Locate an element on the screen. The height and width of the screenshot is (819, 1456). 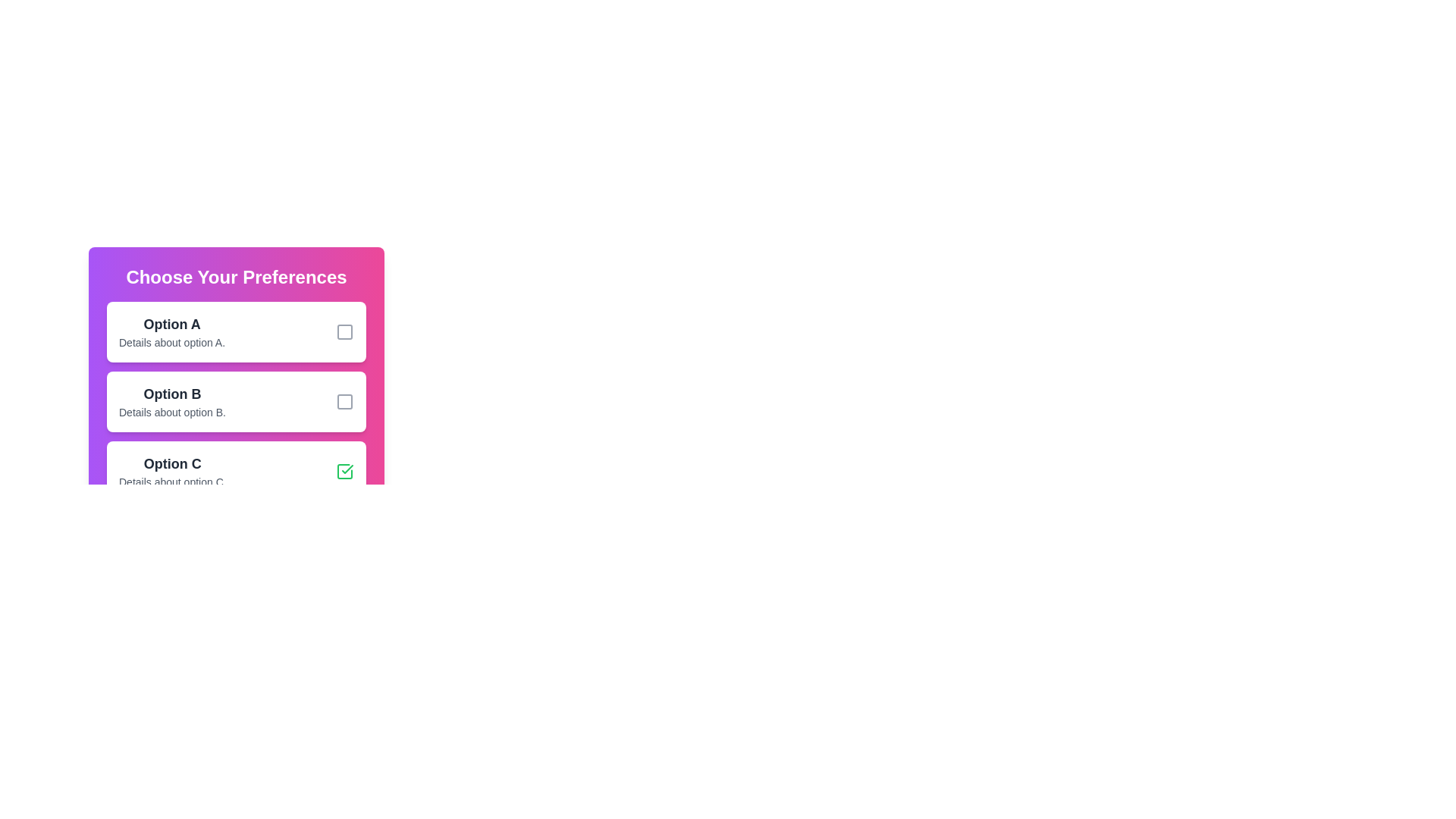
the checkbox located at the far-right edge of the 'Option B' card is located at coordinates (344, 400).